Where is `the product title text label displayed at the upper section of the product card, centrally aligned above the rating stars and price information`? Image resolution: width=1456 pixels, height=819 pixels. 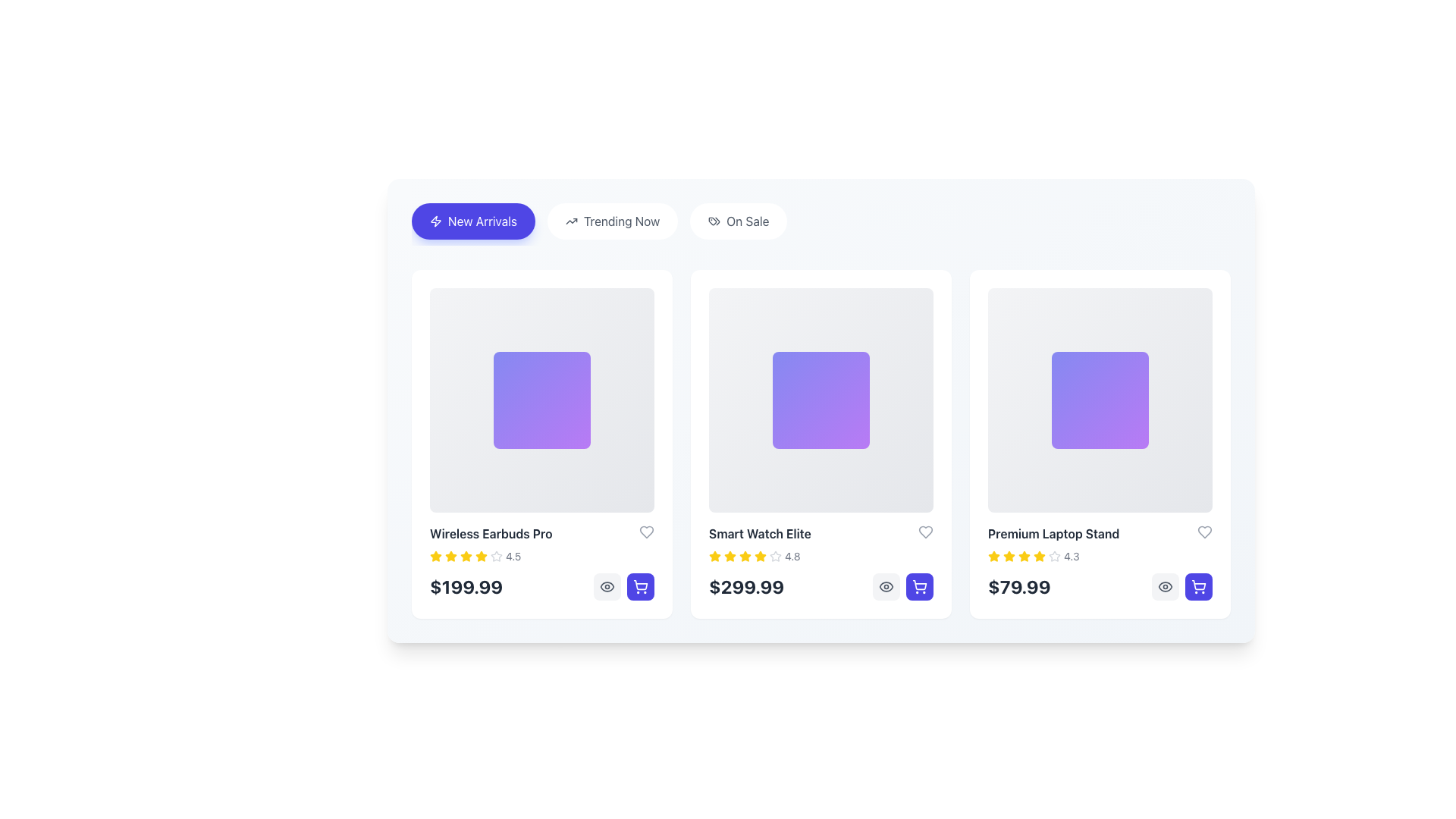 the product title text label displayed at the upper section of the product card, centrally aligned above the rating stars and price information is located at coordinates (542, 533).